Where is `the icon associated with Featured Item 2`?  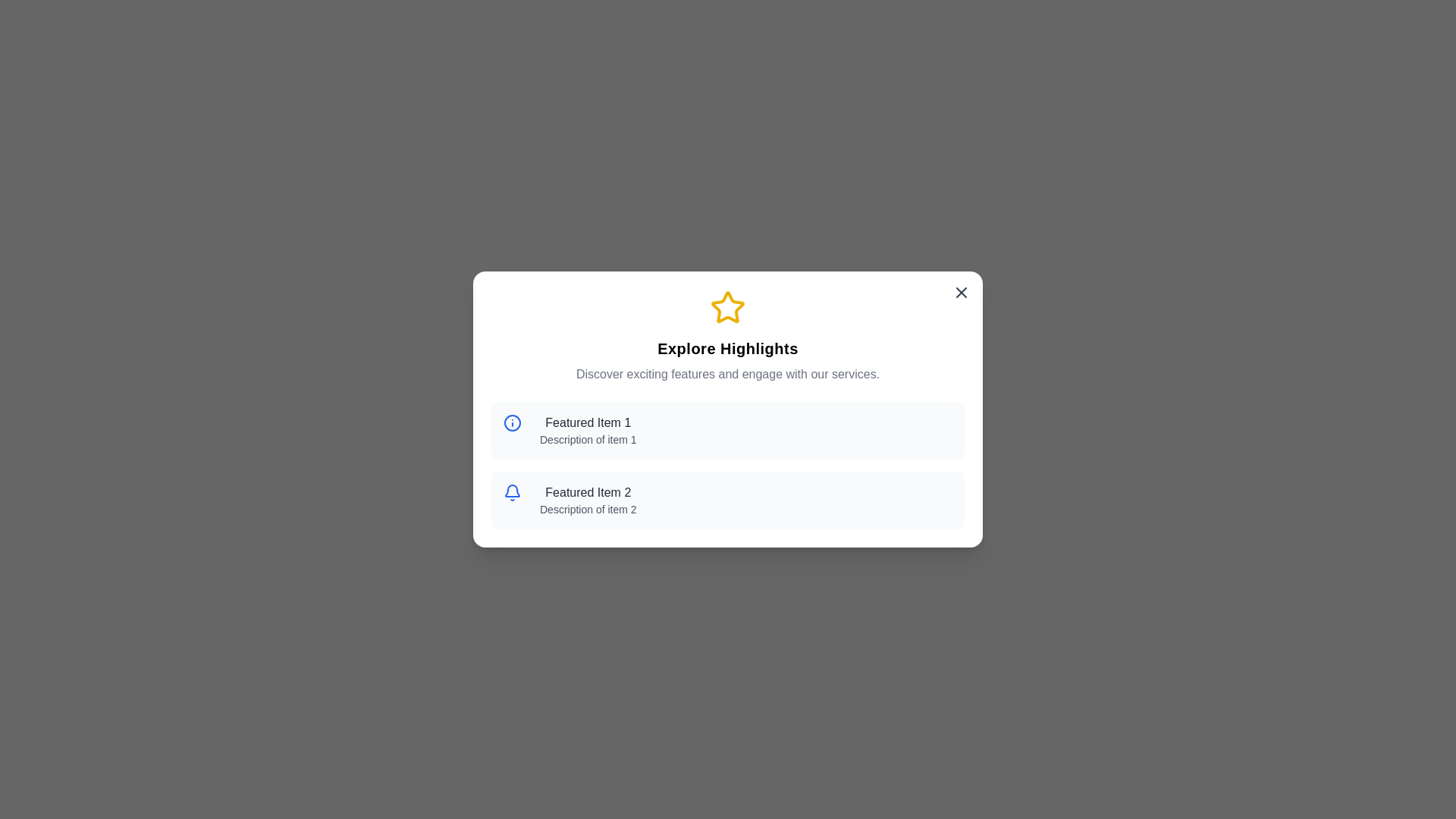
the icon associated with Featured Item 2 is located at coordinates (516, 496).